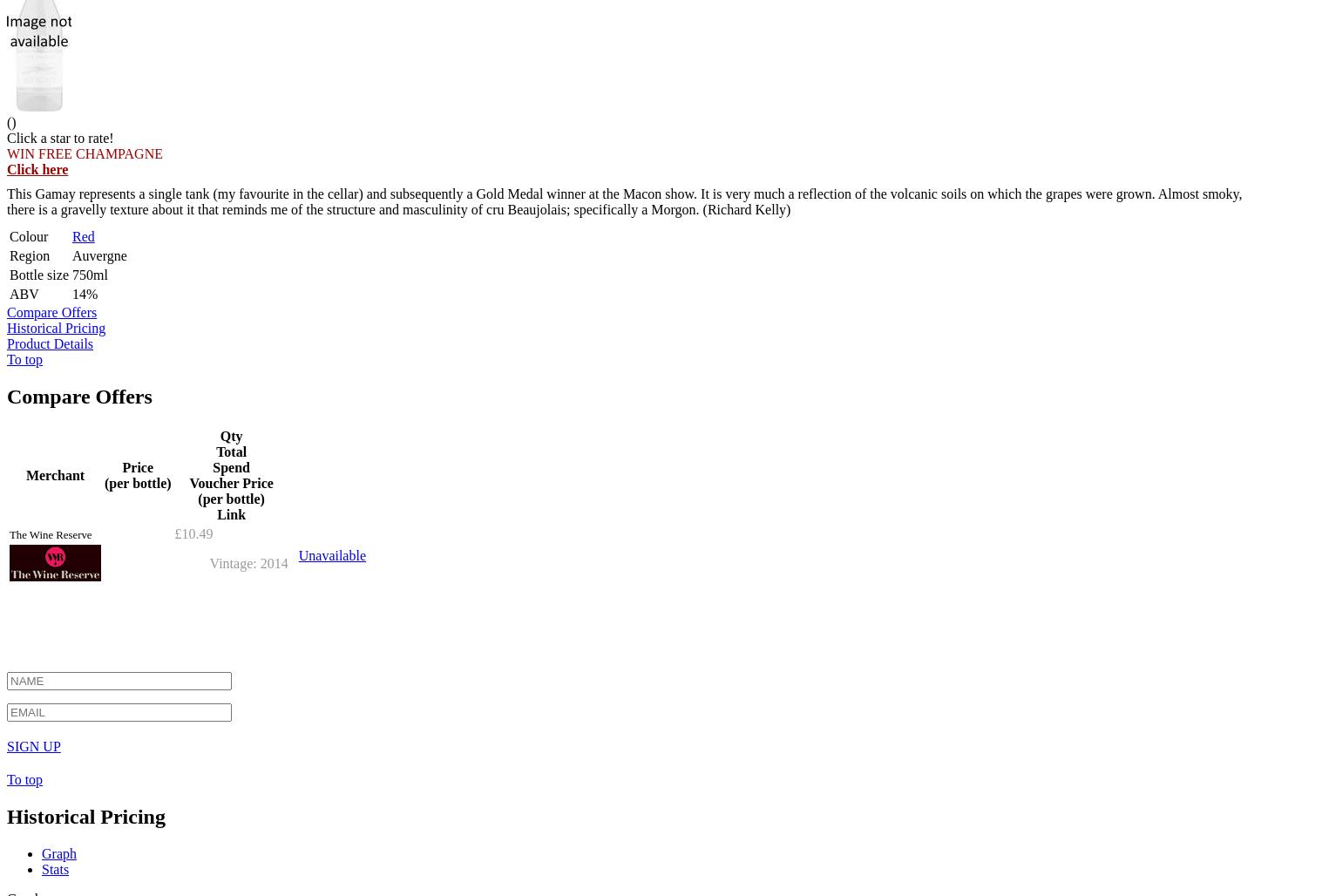 This screenshot has height=896, width=1329. I want to click on 'Unavailable', so click(330, 553).